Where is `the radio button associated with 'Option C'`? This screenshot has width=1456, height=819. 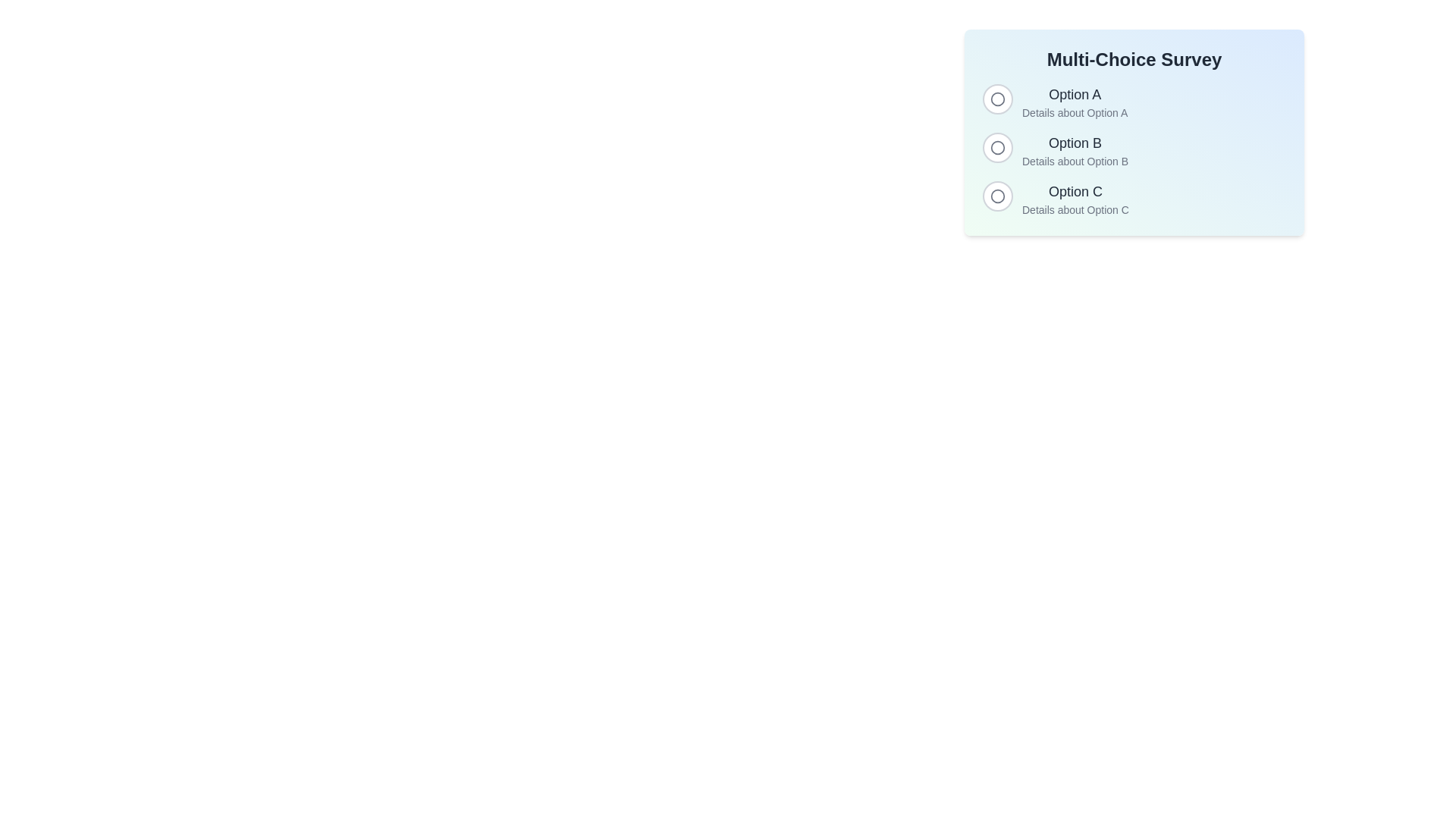 the radio button associated with 'Option C' is located at coordinates (997, 195).